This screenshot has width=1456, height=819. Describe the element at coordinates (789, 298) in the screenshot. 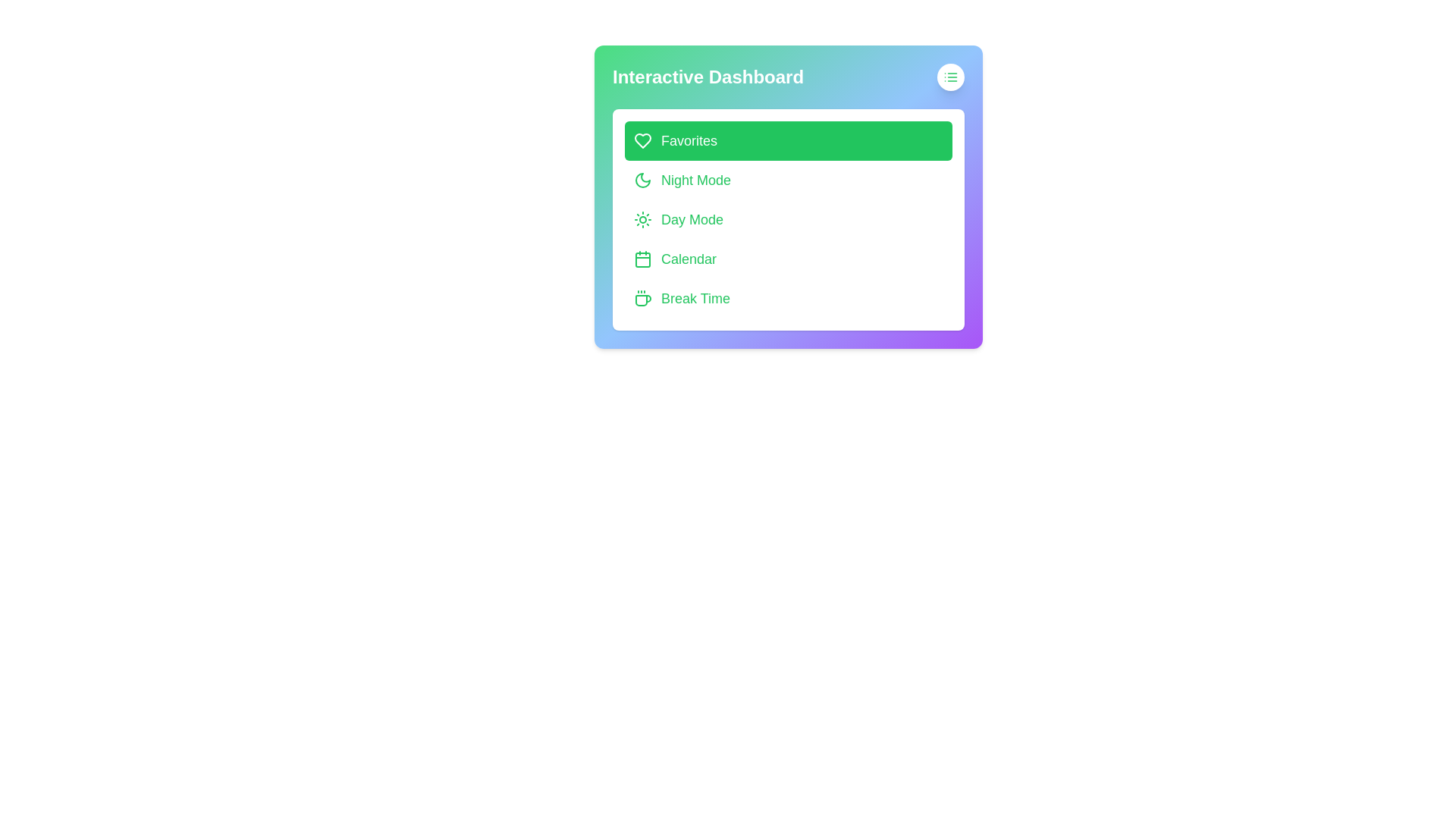

I see `the menu item Break Time to observe its hover effect` at that location.